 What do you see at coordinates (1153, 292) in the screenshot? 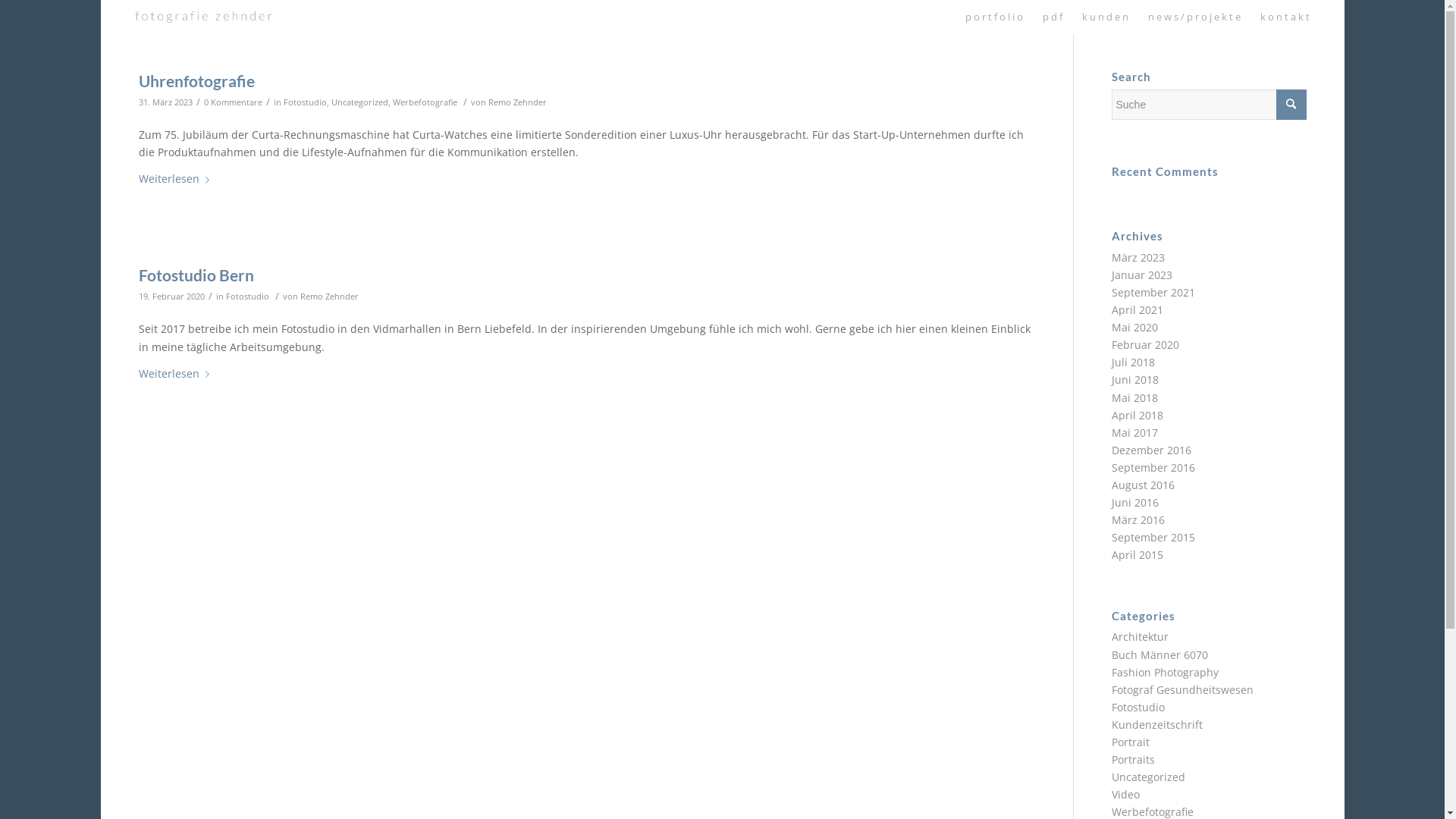
I see `'September 2021'` at bounding box center [1153, 292].